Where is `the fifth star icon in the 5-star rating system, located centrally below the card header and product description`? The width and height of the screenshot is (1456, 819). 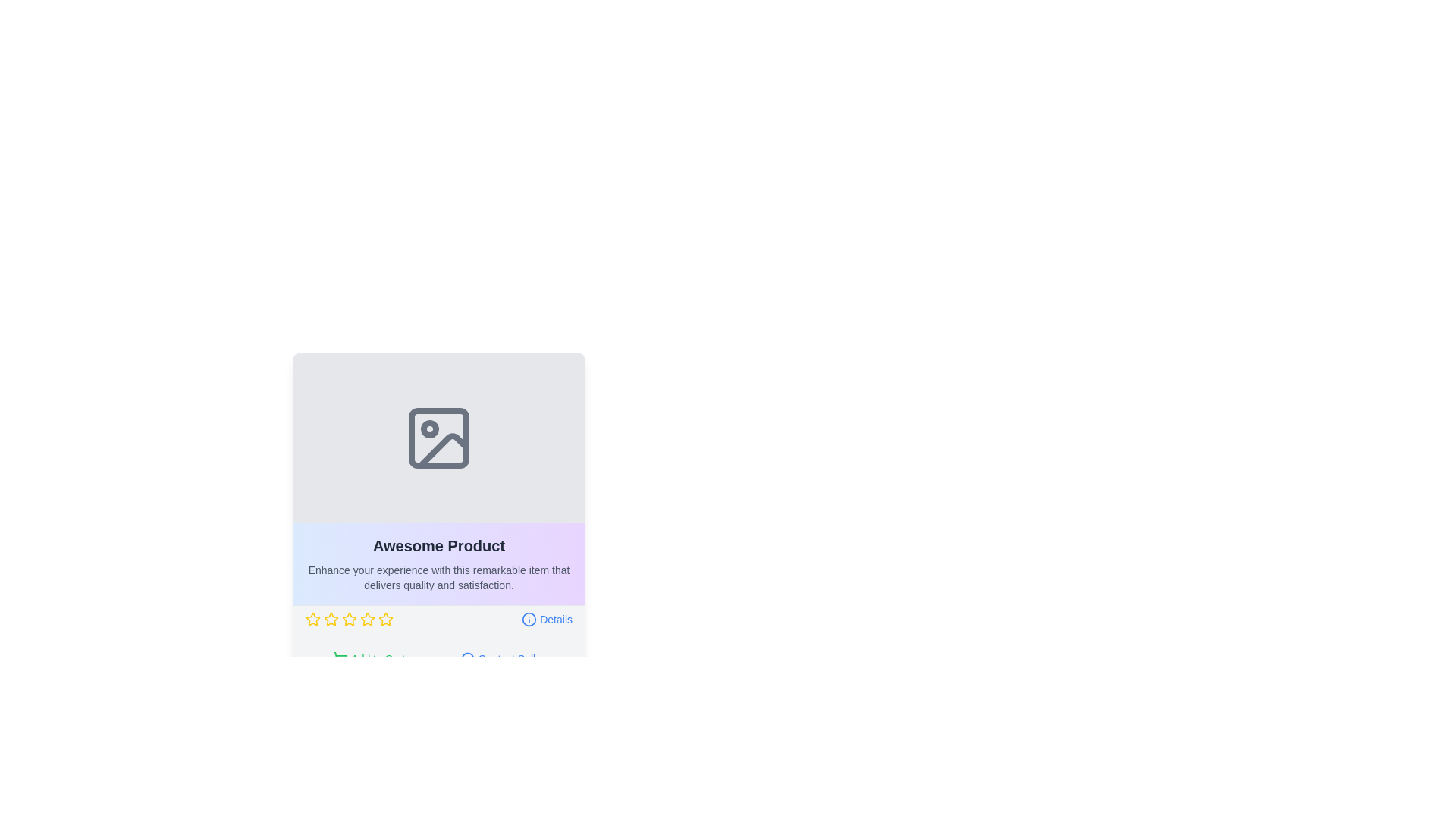 the fifth star icon in the 5-star rating system, located centrally below the card header and product description is located at coordinates (348, 620).